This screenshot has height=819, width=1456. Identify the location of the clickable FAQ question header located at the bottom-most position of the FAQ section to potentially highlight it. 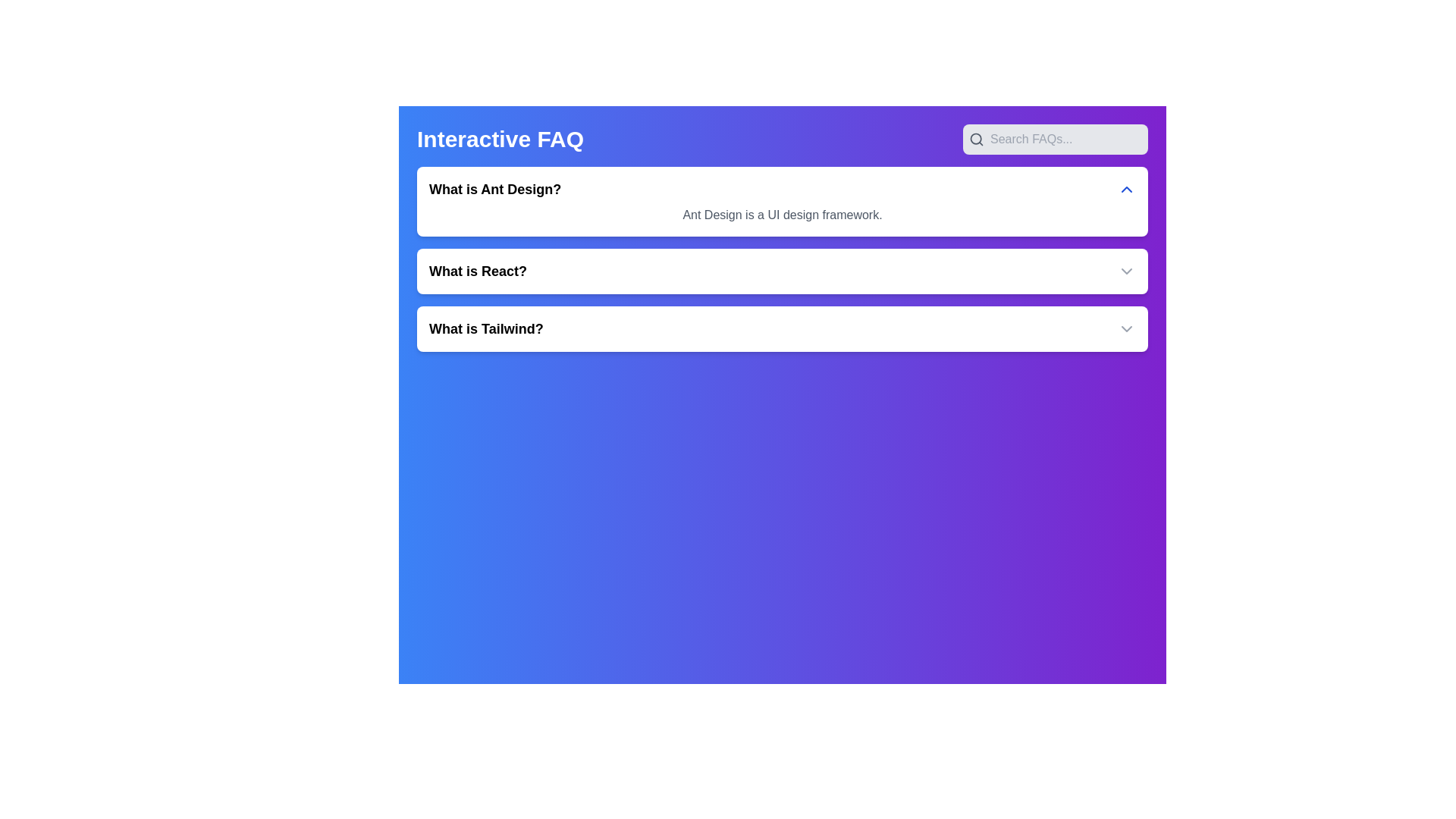
(486, 328).